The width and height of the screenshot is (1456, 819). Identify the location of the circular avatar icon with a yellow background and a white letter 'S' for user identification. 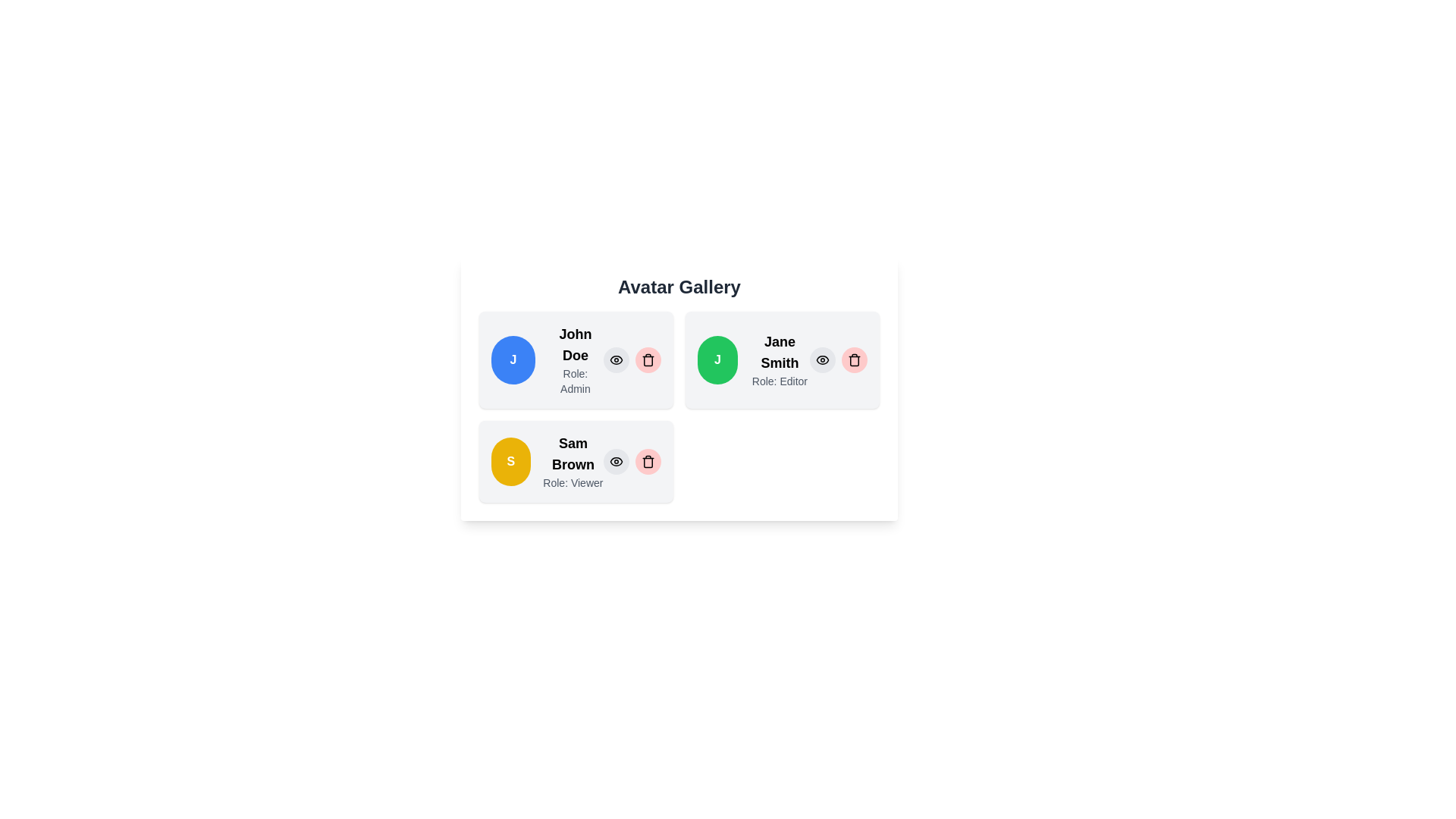
(510, 461).